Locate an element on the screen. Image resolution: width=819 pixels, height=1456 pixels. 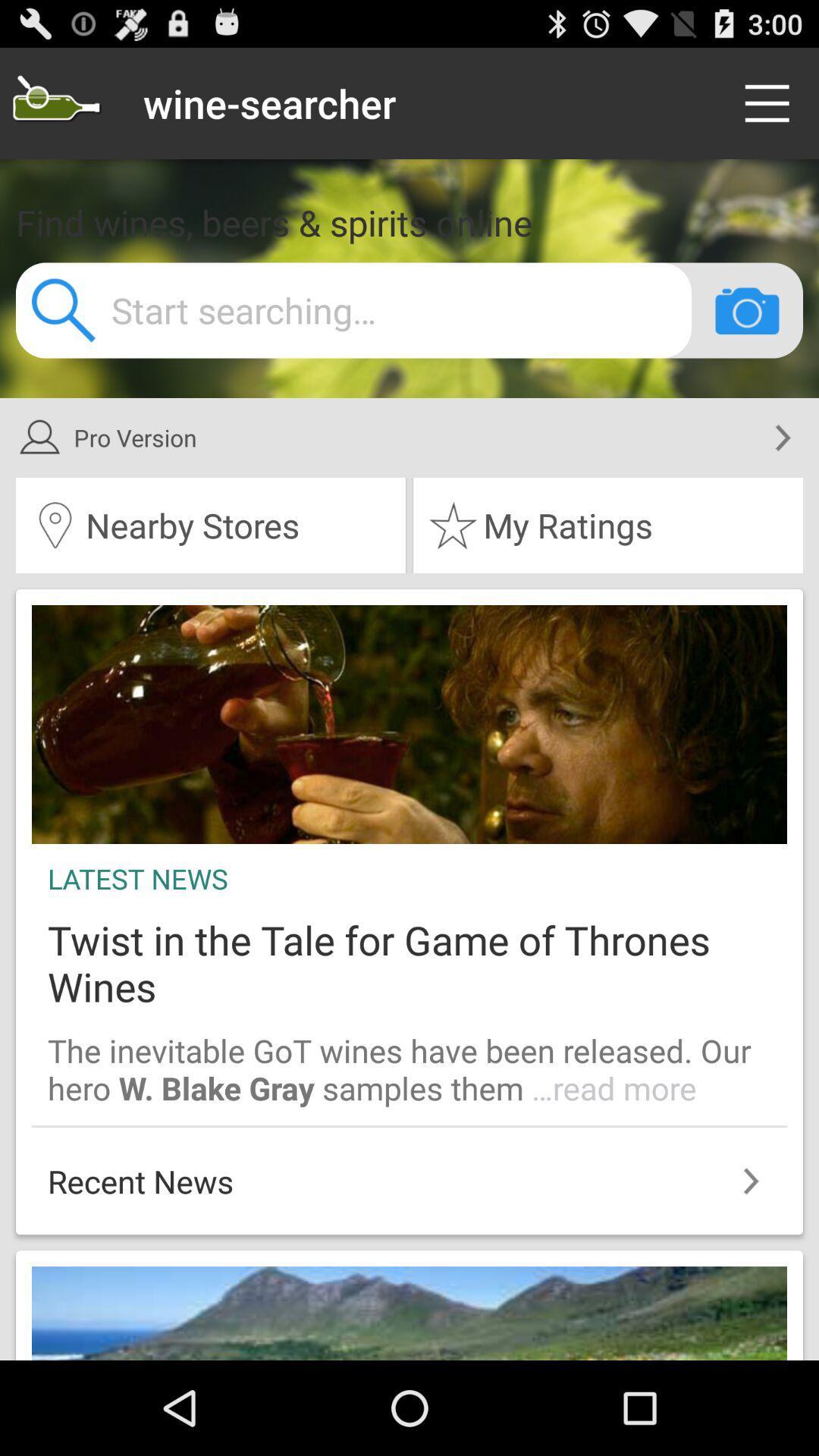
find your wine is located at coordinates (55, 102).